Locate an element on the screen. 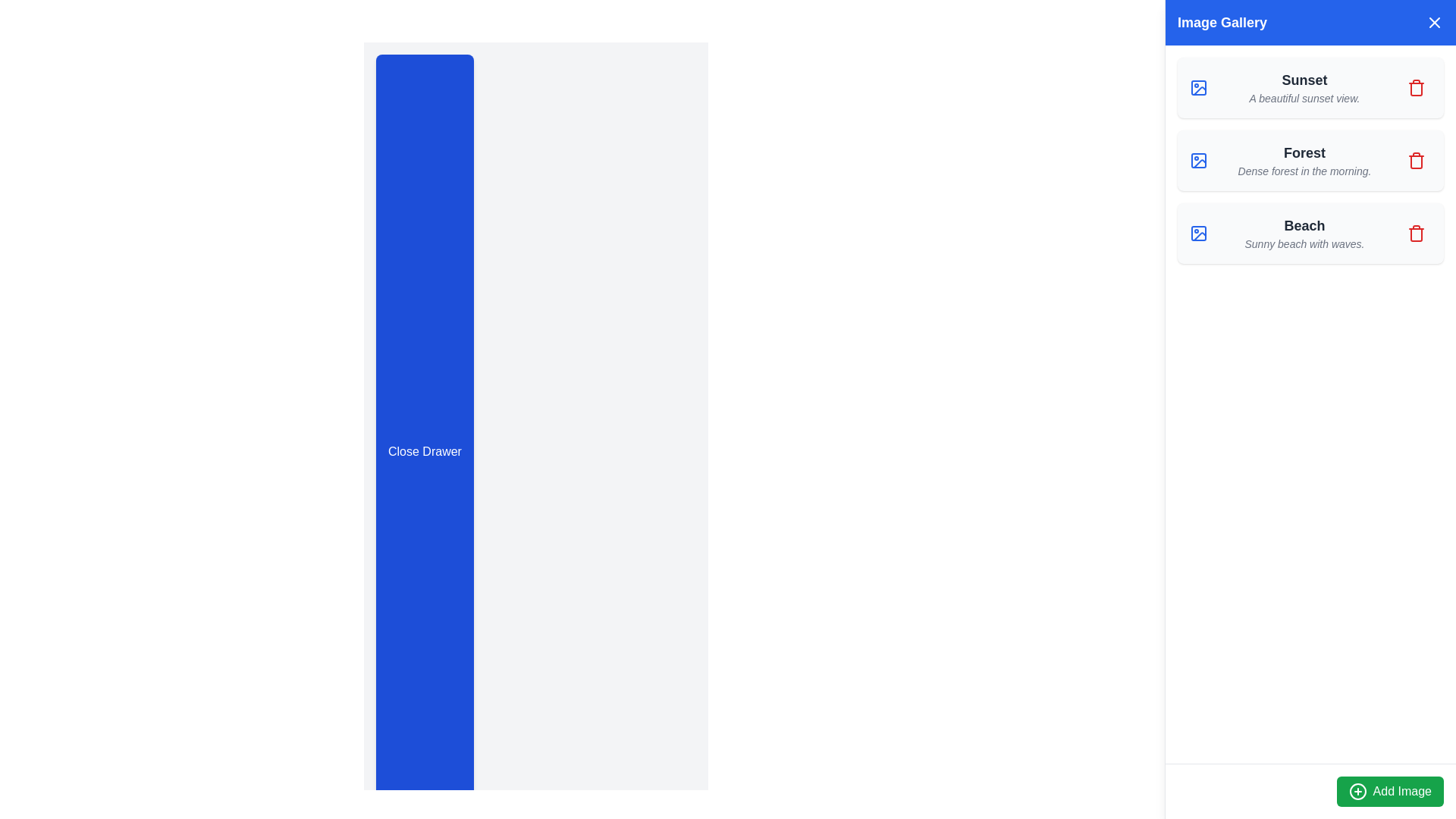 The image size is (1456, 819). the Text block containing the title 'Forest' and description 'Dense forest in the morning', which is the second entry in the Image Gallery list is located at coordinates (1304, 161).